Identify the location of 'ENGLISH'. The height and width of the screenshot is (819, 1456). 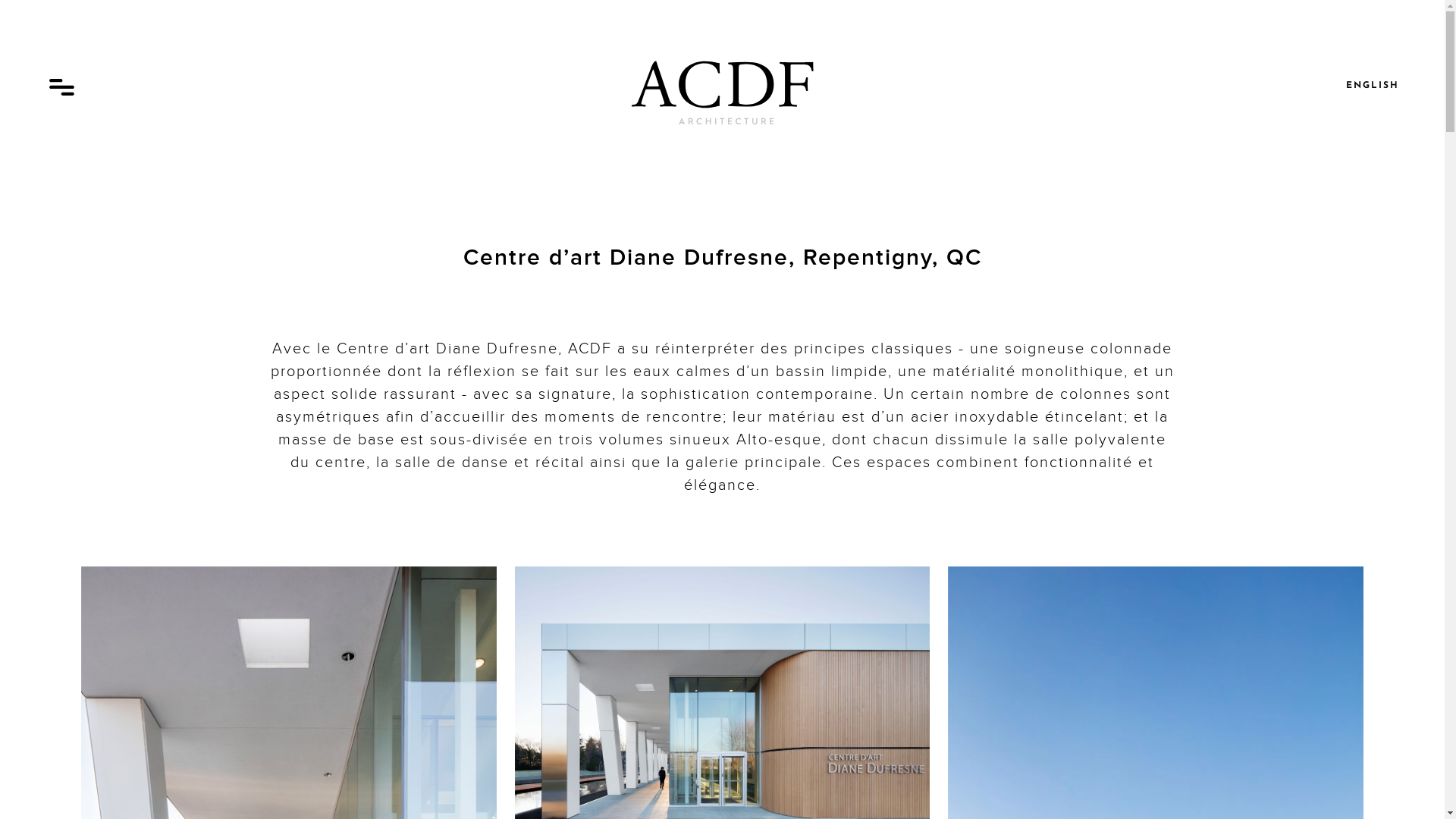
(1372, 85).